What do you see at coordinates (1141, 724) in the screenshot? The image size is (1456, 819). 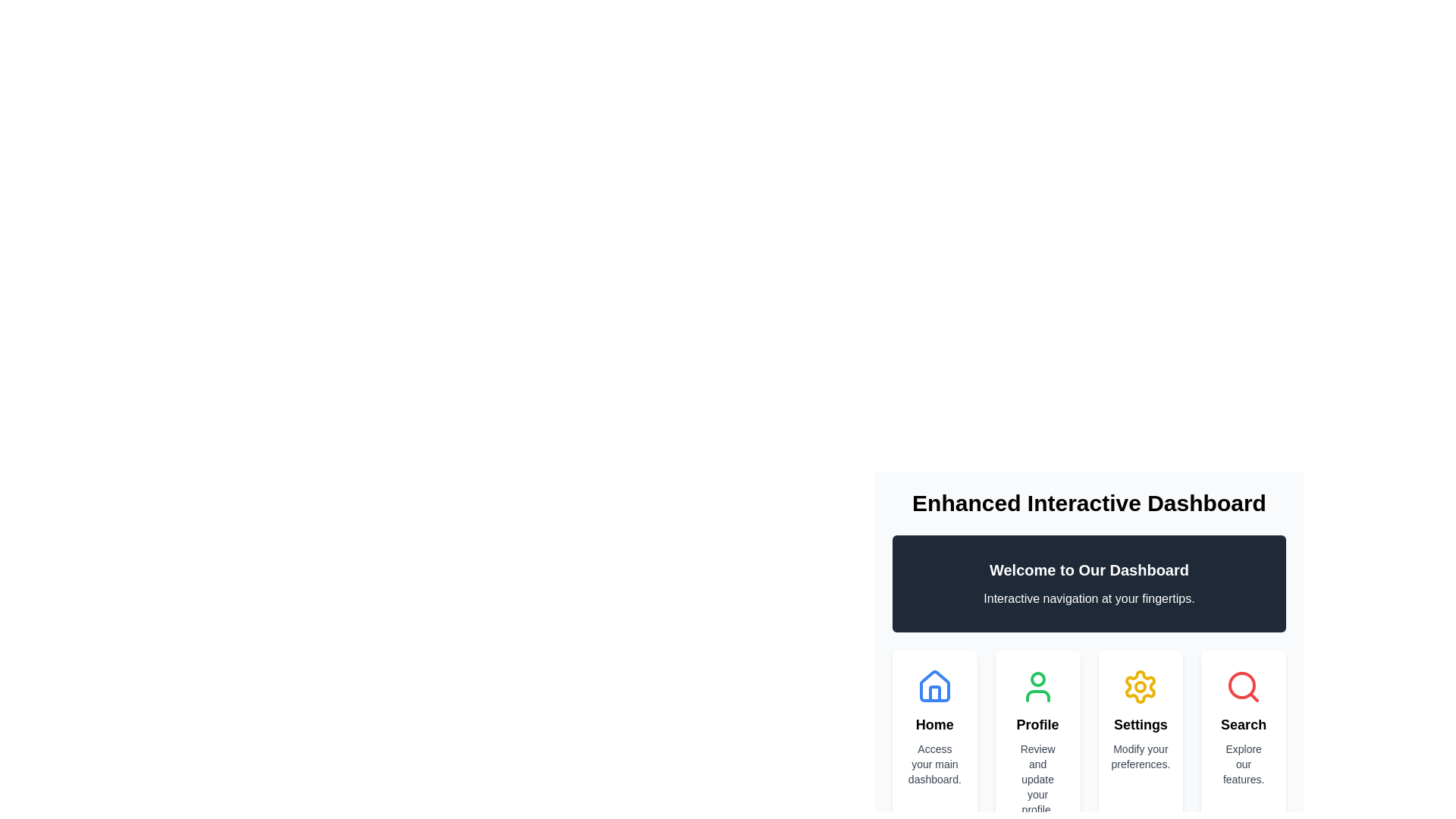 I see `the bold, black text label reading 'Settings' which is prominently displayed at the top center of its card-like section` at bounding box center [1141, 724].